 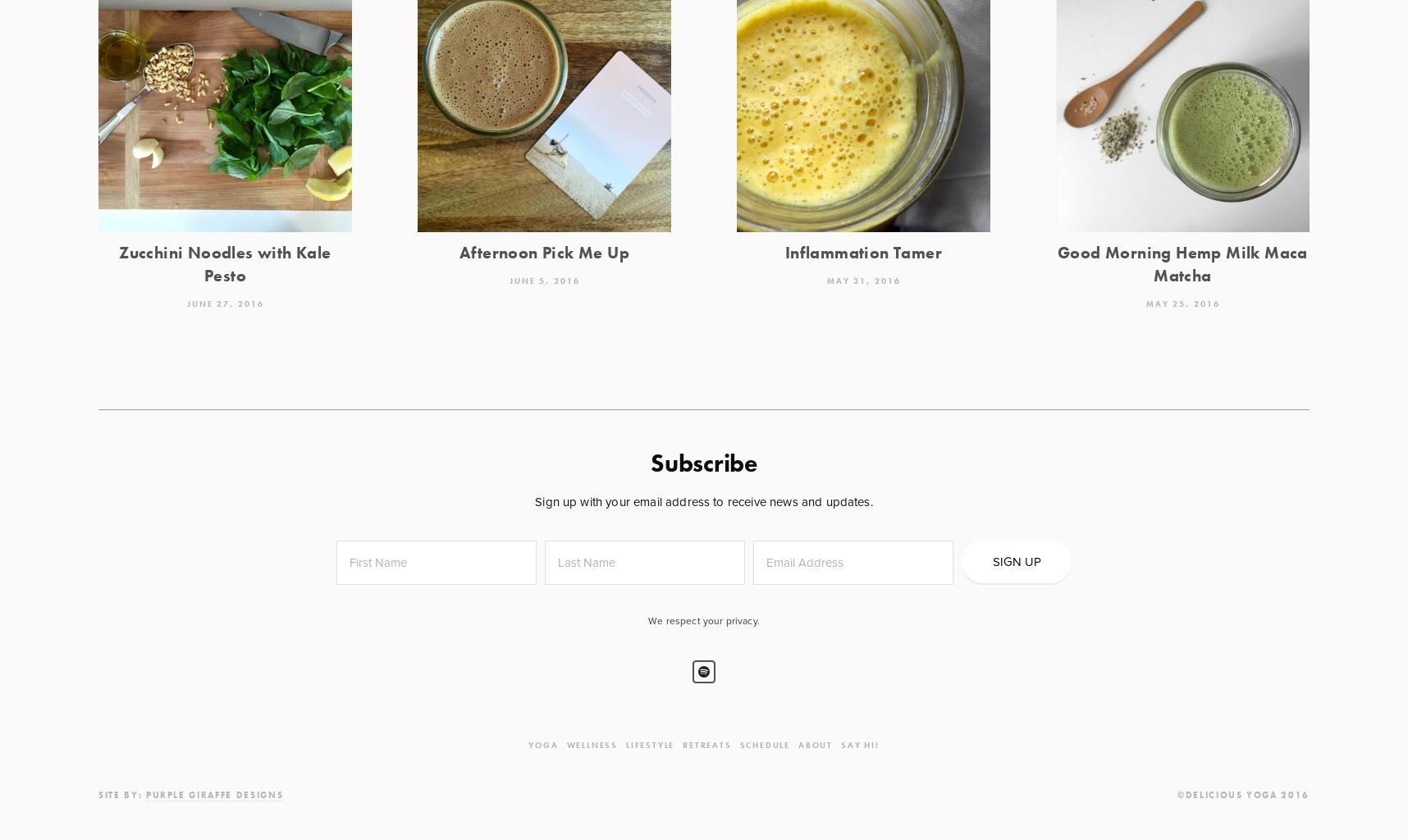 What do you see at coordinates (863, 252) in the screenshot?
I see `'Inflammation Tamer'` at bounding box center [863, 252].